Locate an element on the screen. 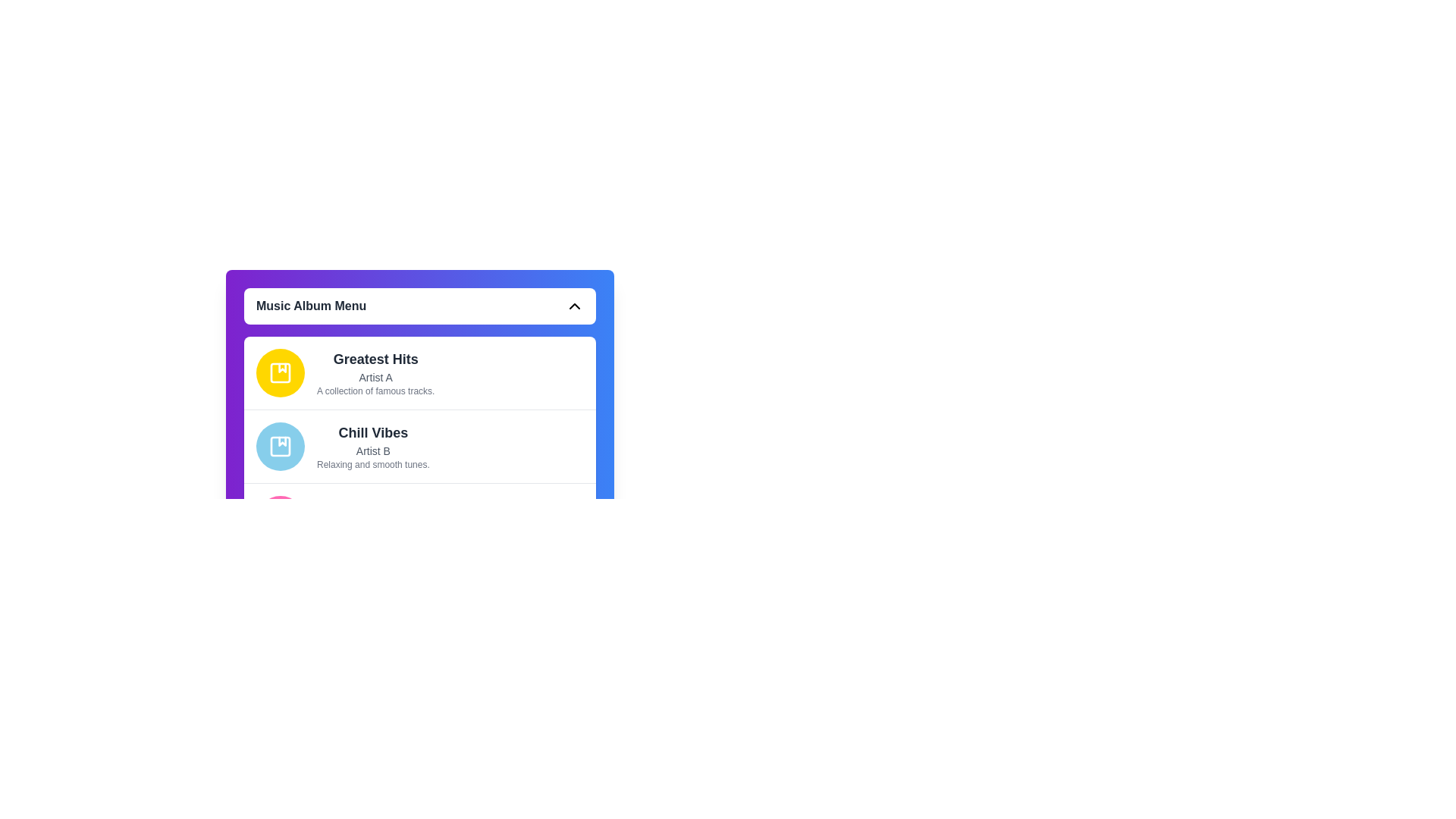  the toggle button to change the menu visibility is located at coordinates (419, 306).